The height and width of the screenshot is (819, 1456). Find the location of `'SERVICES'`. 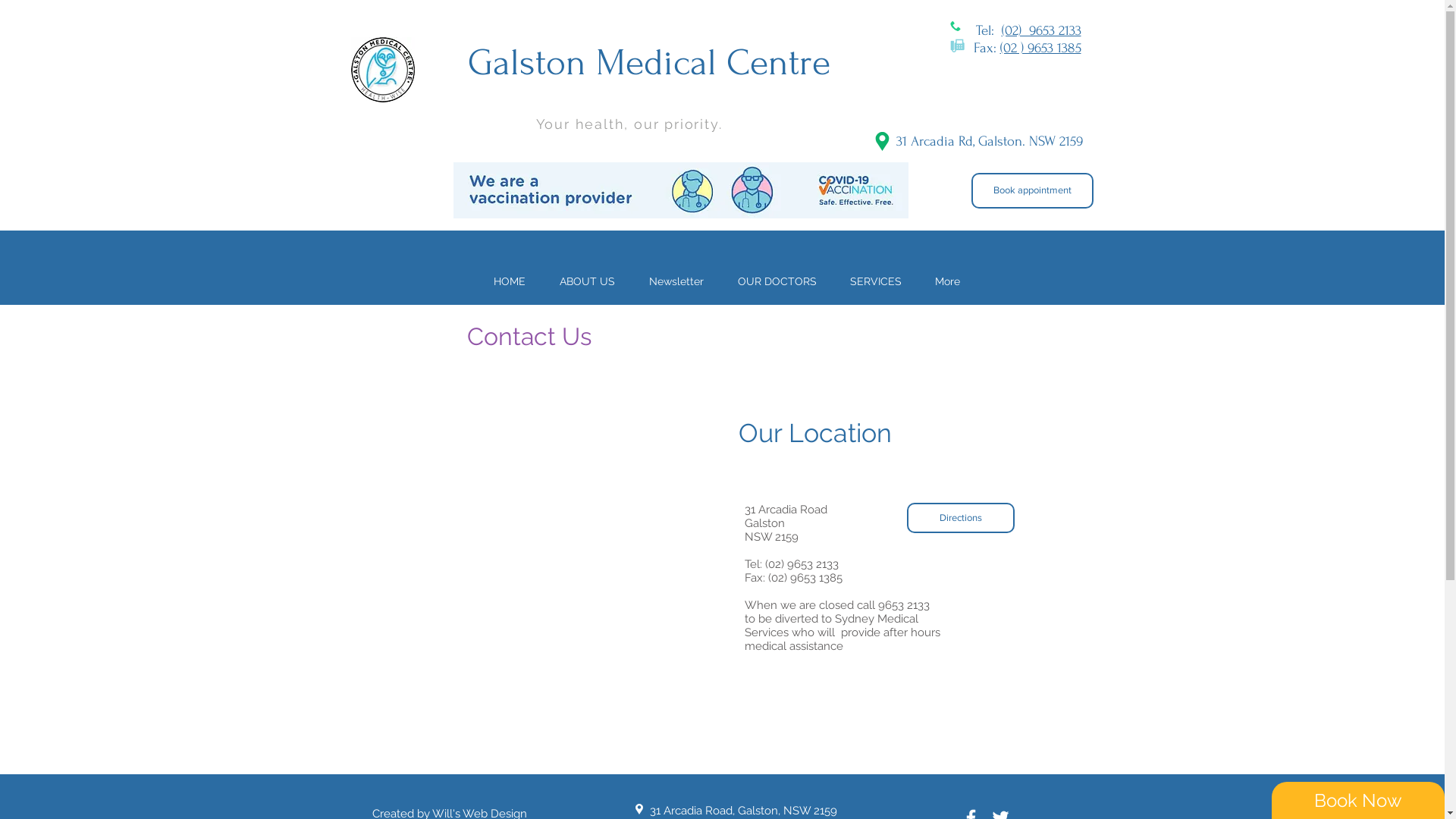

'SERVICES' is located at coordinates (832, 281).